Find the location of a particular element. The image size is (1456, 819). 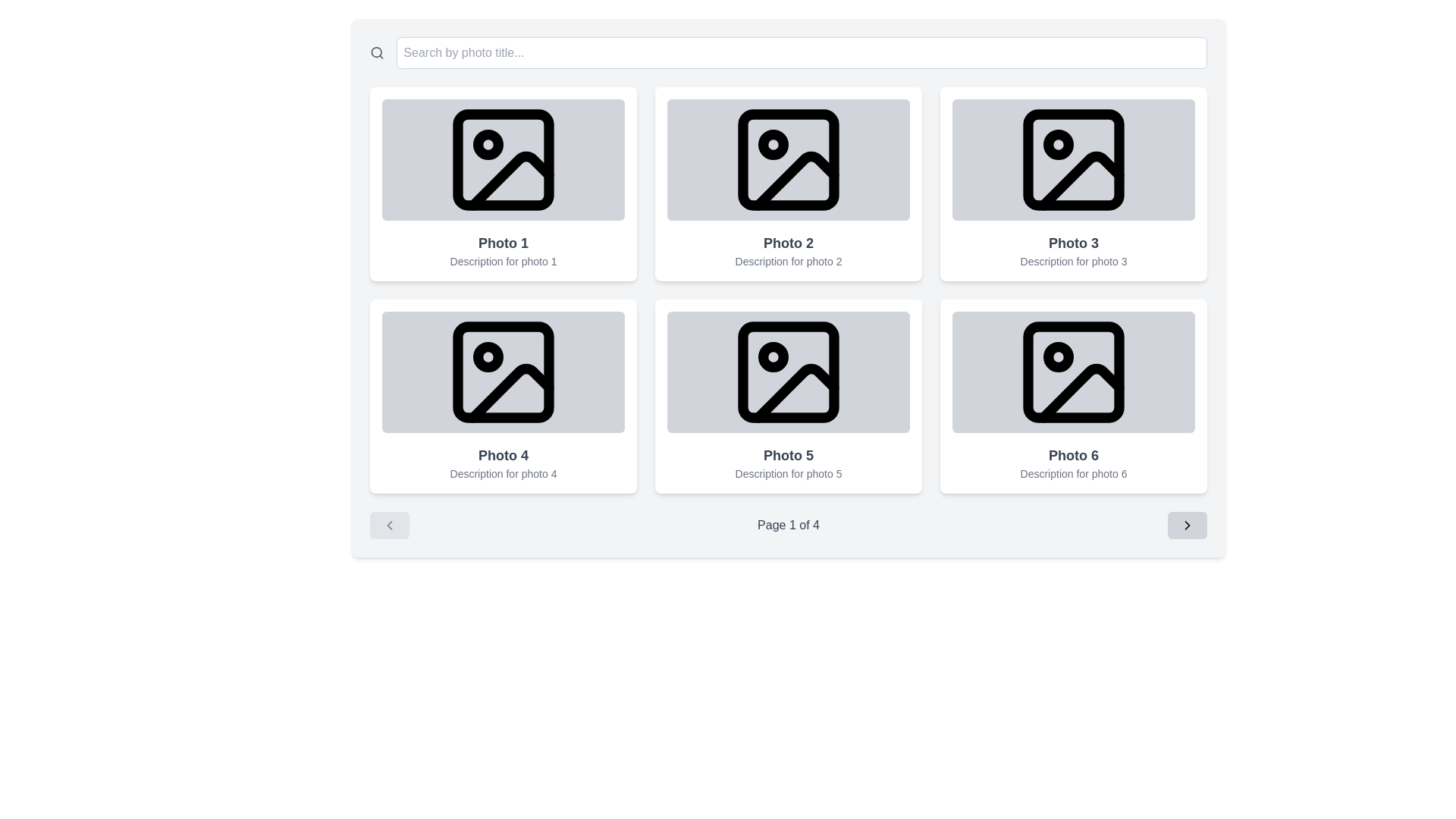

the Card component representing 'Photo 6' in the photo gallery is located at coordinates (1073, 396).